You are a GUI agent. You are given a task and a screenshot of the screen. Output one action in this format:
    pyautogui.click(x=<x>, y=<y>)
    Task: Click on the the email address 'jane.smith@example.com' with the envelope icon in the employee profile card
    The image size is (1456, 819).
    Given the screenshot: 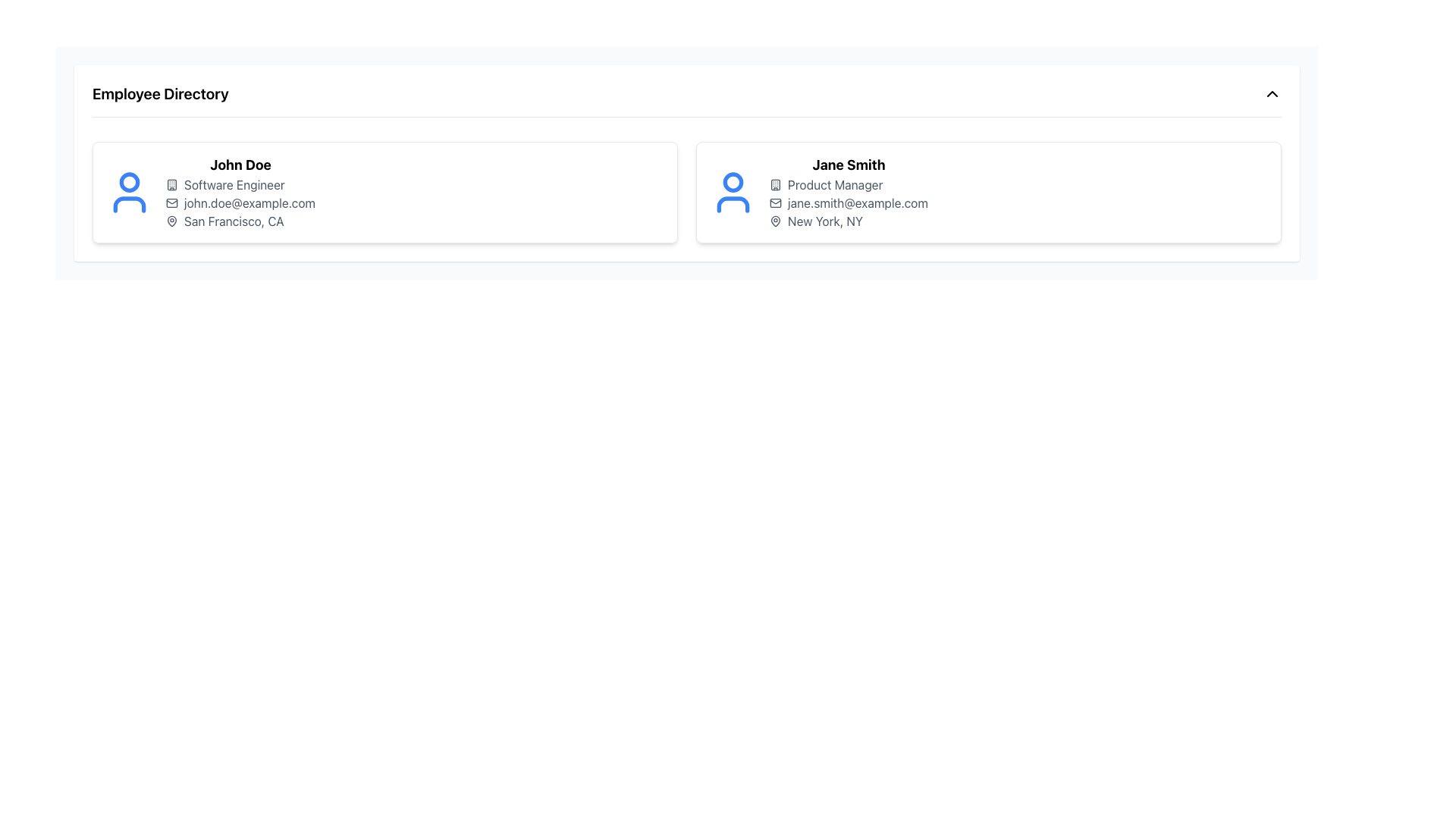 What is the action you would take?
    pyautogui.click(x=848, y=202)
    